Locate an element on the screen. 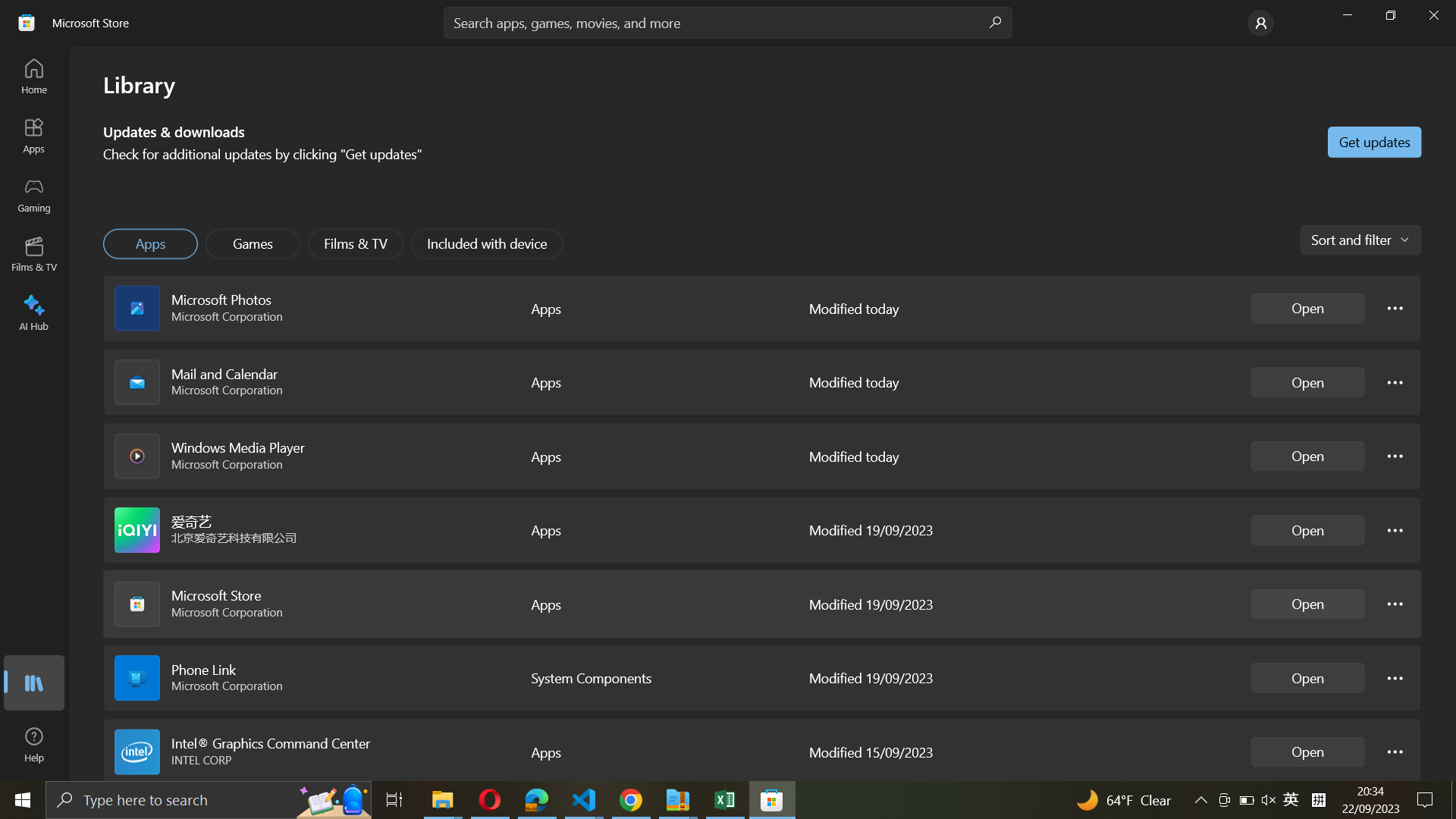  AI Hub is located at coordinates (34, 309).